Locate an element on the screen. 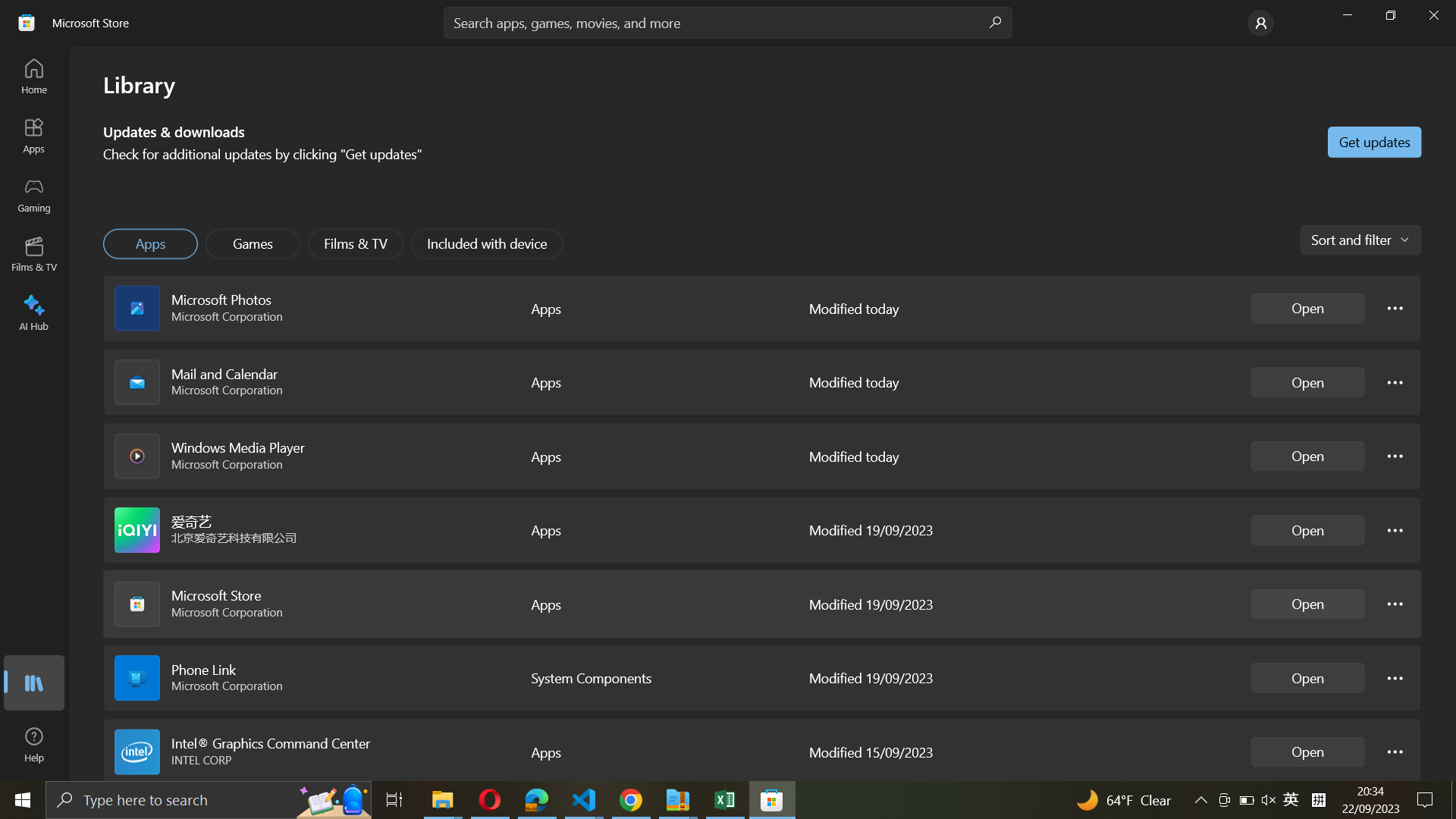  AI Hub is located at coordinates (34, 309).